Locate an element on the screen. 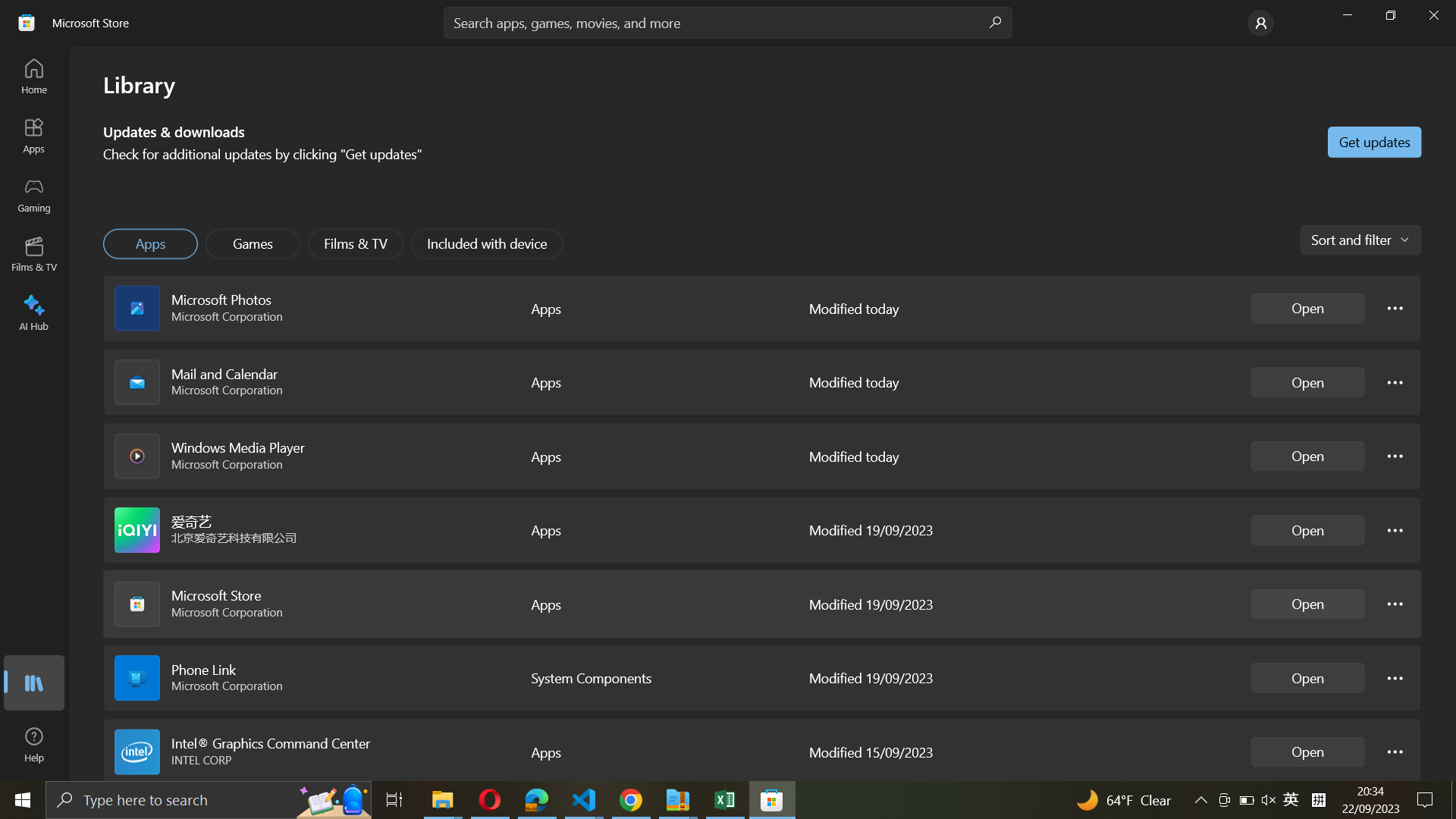  AI Hub is located at coordinates (34, 309).